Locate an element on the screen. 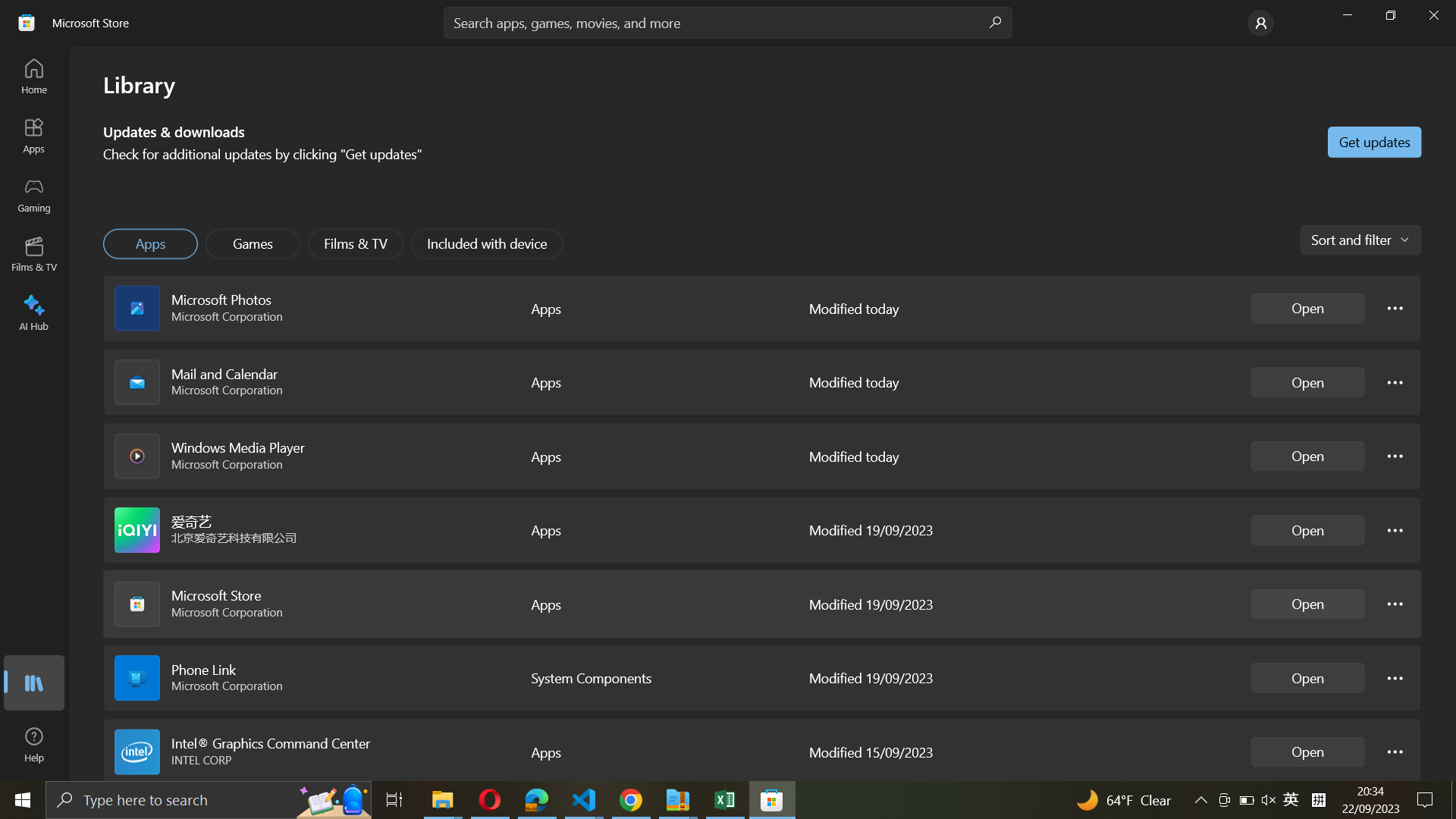  AI Hub is located at coordinates (34, 309).